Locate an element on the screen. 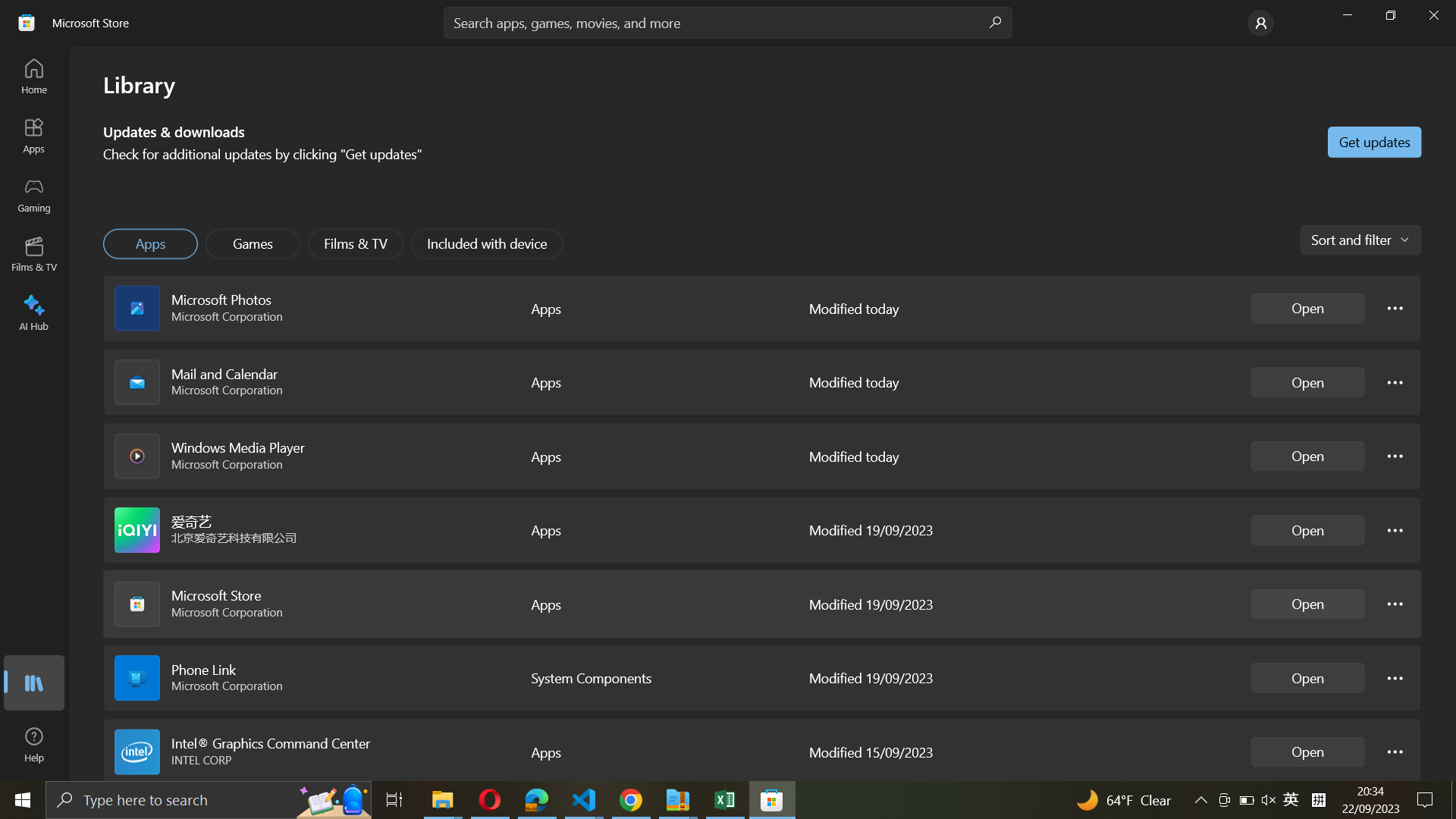  AI Hub is located at coordinates (34, 309).